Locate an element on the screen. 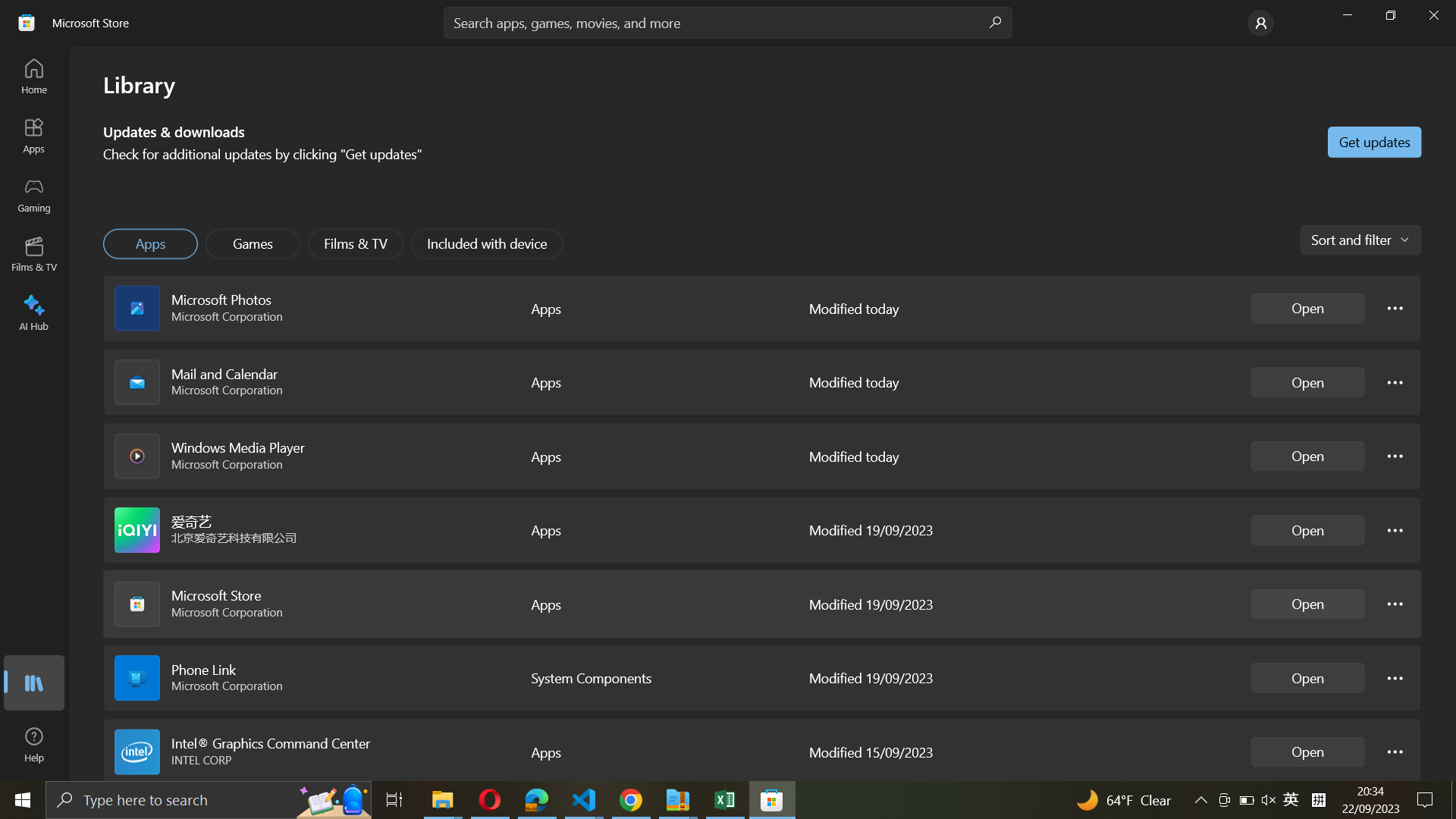  AI Hub is located at coordinates (34, 309).